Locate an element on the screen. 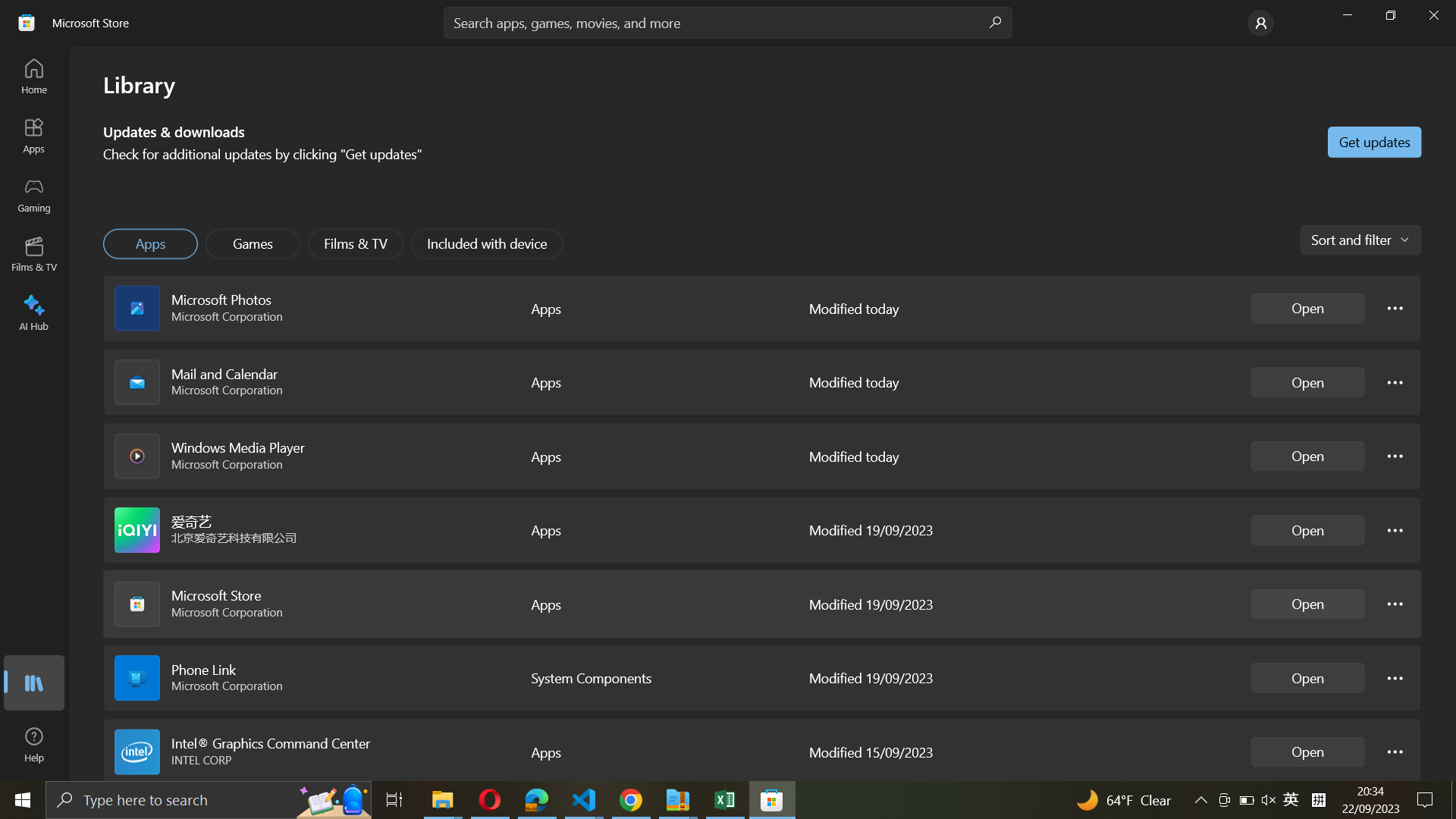  AI Hub is located at coordinates (34, 309).